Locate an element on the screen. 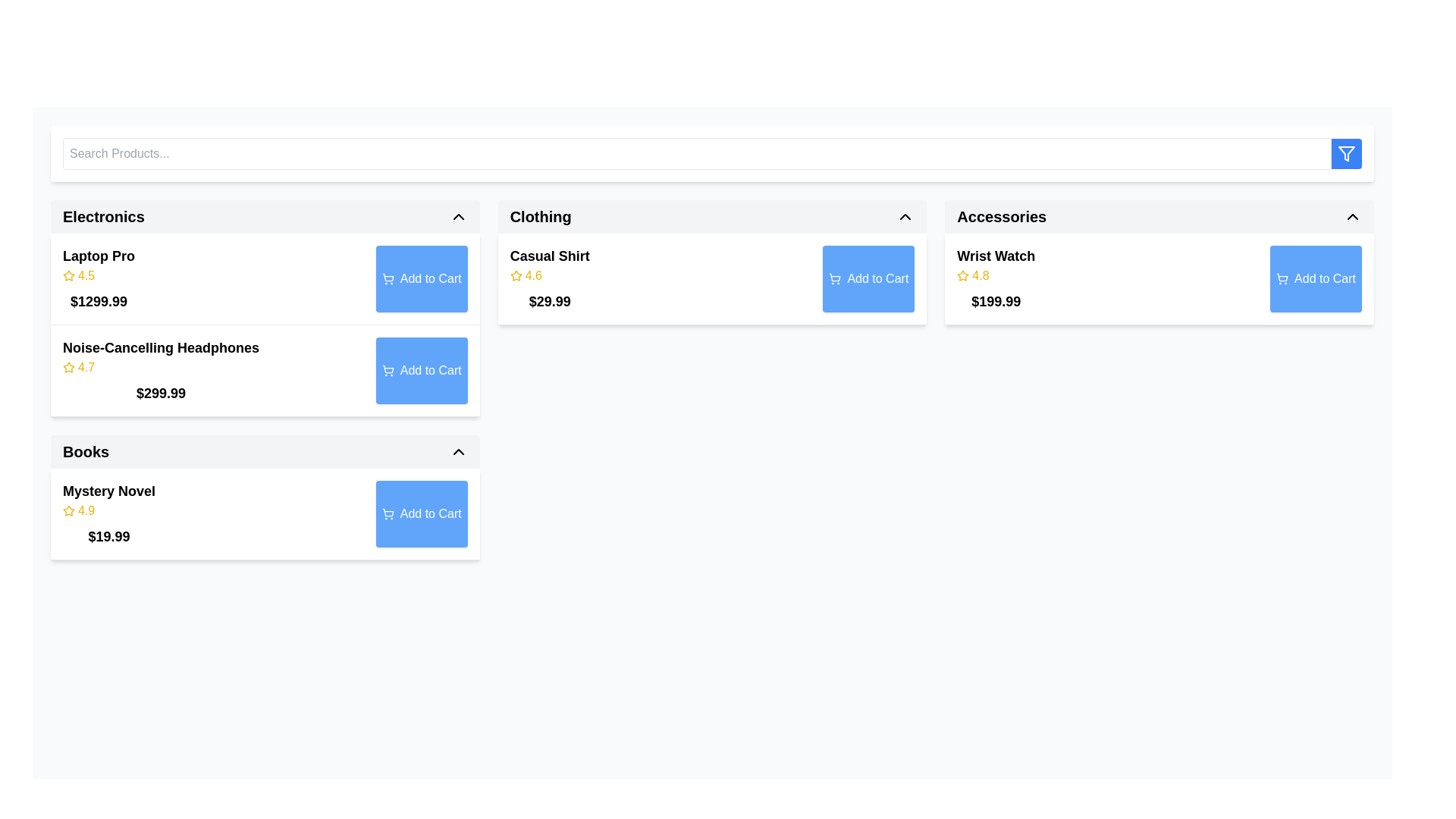  the 'Mystery Novel' text label, which is a bold, large-sized font representing a book title in the 'Books' section is located at coordinates (108, 491).